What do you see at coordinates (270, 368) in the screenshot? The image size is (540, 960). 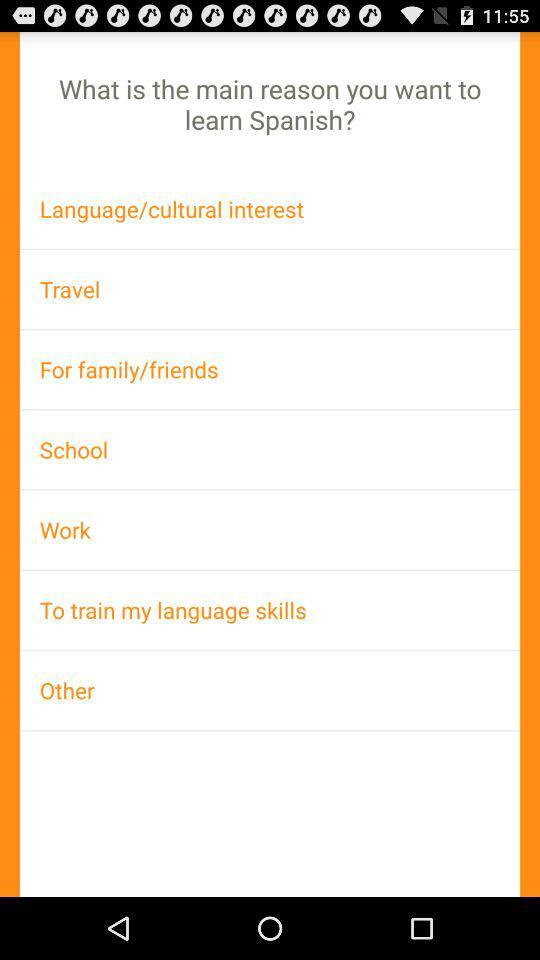 I see `icon below the travel icon` at bounding box center [270, 368].